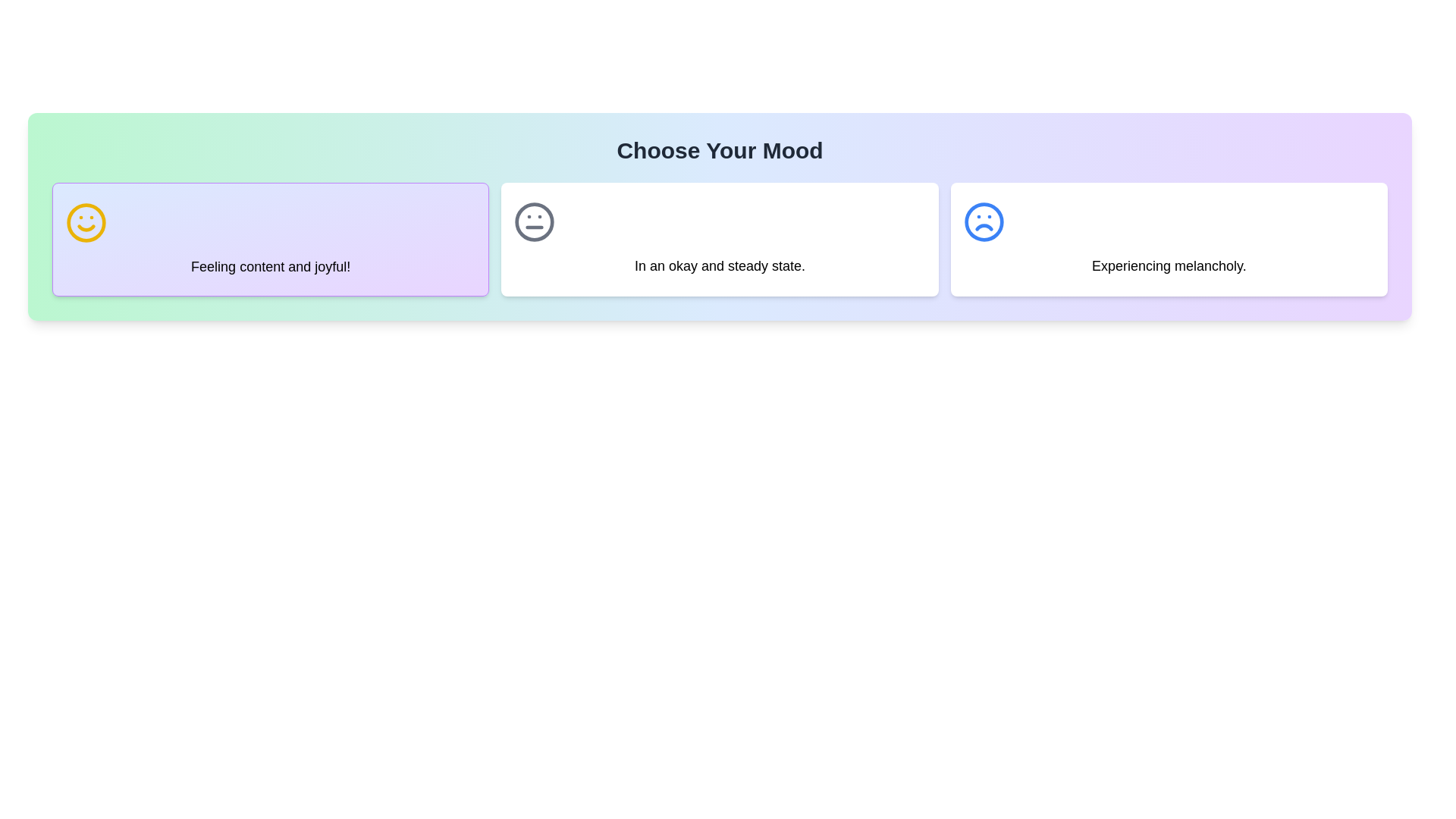  What do you see at coordinates (271, 265) in the screenshot?
I see `the text label that displays a positive mood, located at the bottom of the leftmost card in the mood options, which is thematically linked to a smiling emoji above it` at bounding box center [271, 265].